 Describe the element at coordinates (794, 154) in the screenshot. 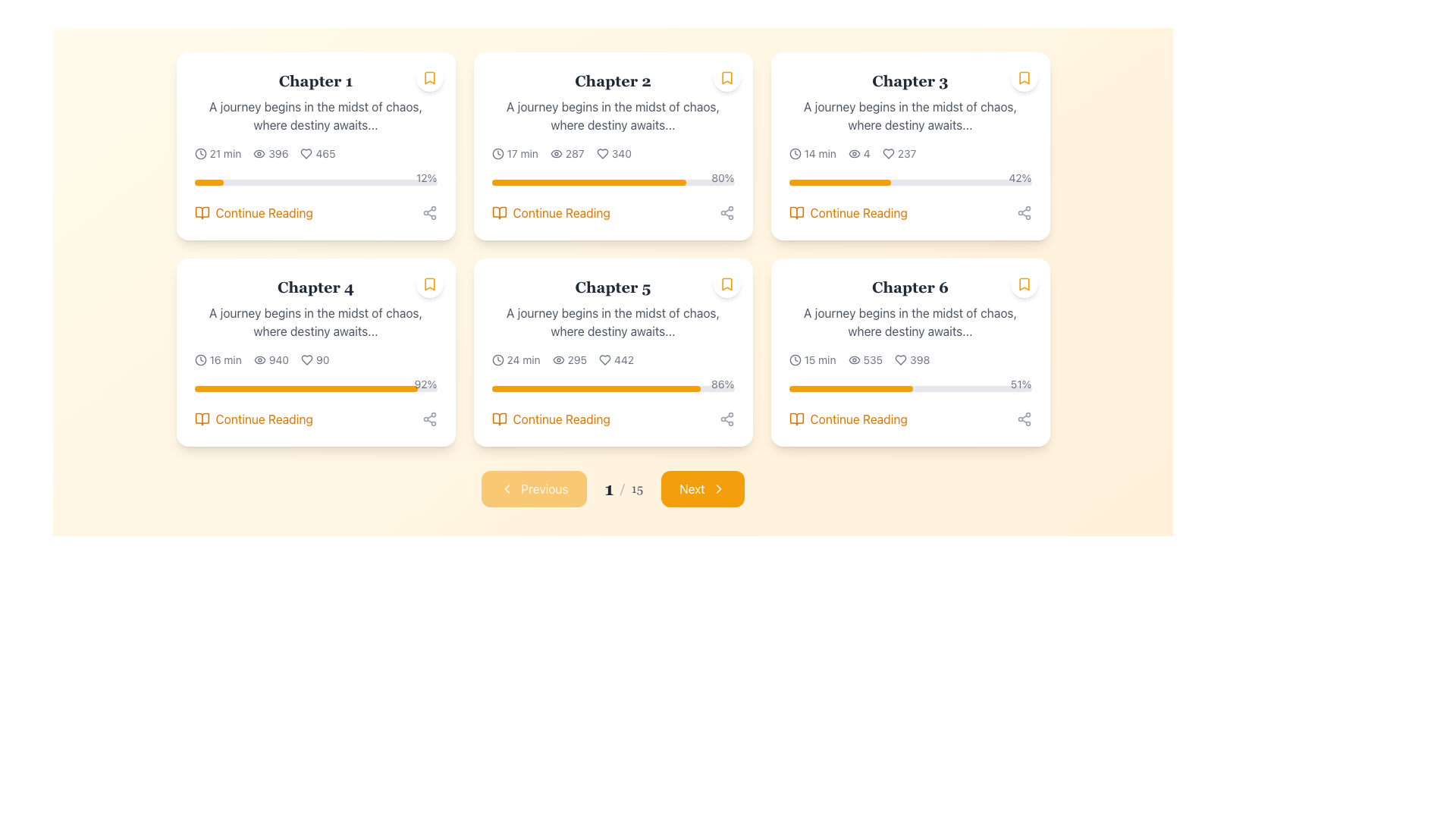

I see `the clock icon, which is an SVG-based visual element located next to the text '14 min' in the card for 'Chapter 3'` at that location.